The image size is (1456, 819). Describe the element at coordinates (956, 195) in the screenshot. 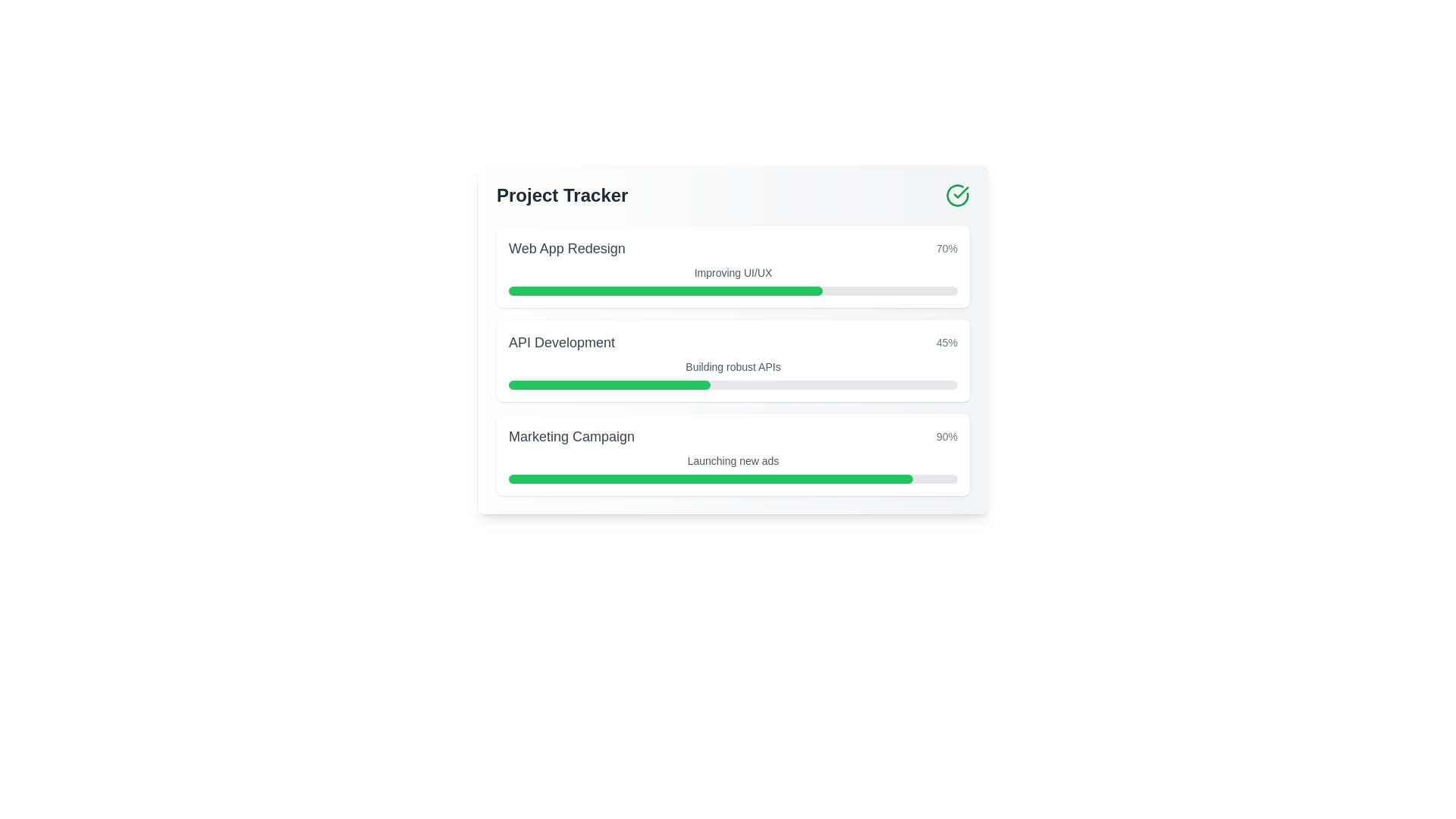

I see `the arc component of the circular checkmark icon located at the top-right corner of the Project Tracker panel, which indicates completion or success` at that location.